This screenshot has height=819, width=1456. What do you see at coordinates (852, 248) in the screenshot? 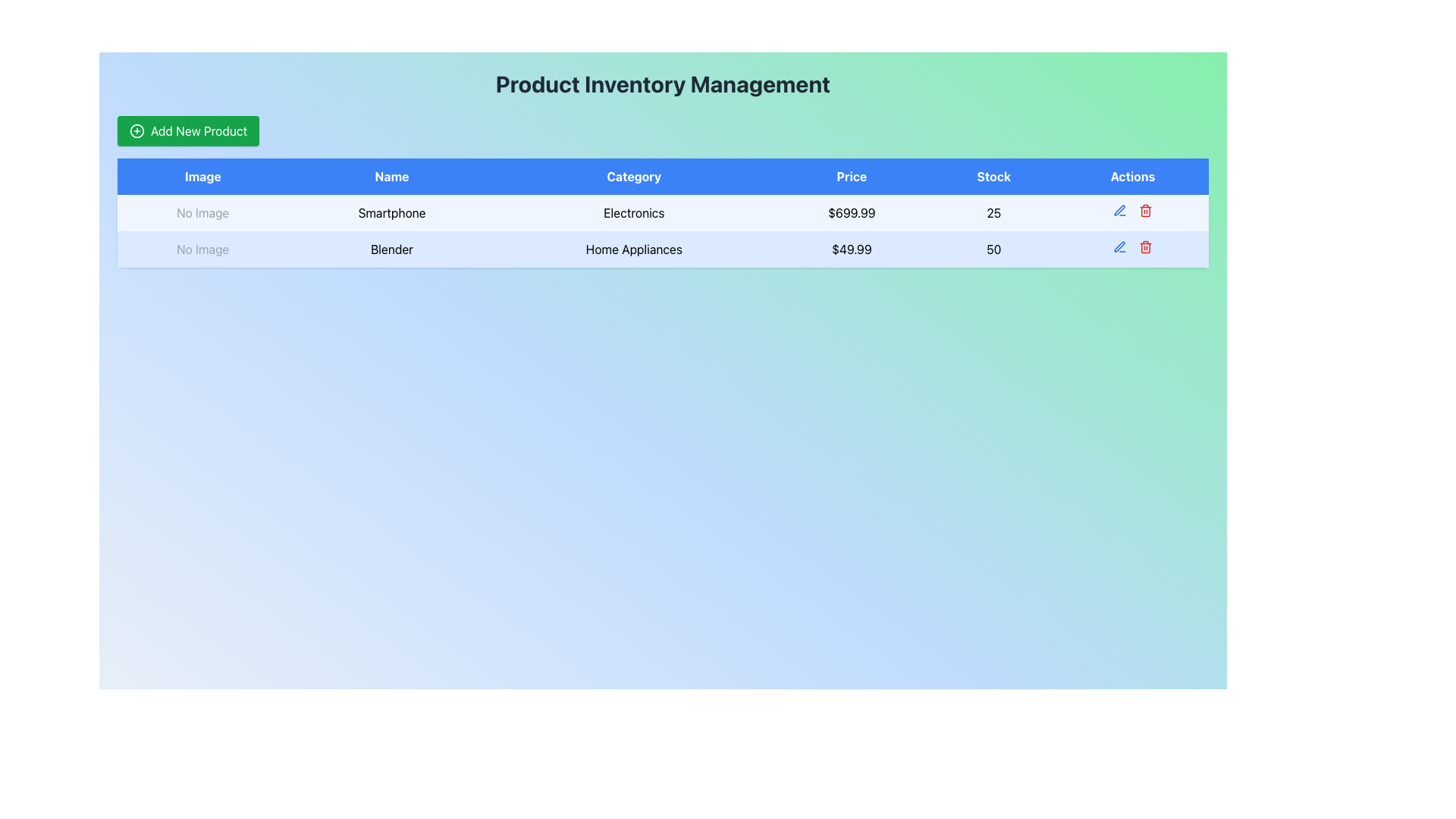
I see `the price information text label for the product 'Blender', located in the fifth column of the second row in the table layout` at bounding box center [852, 248].